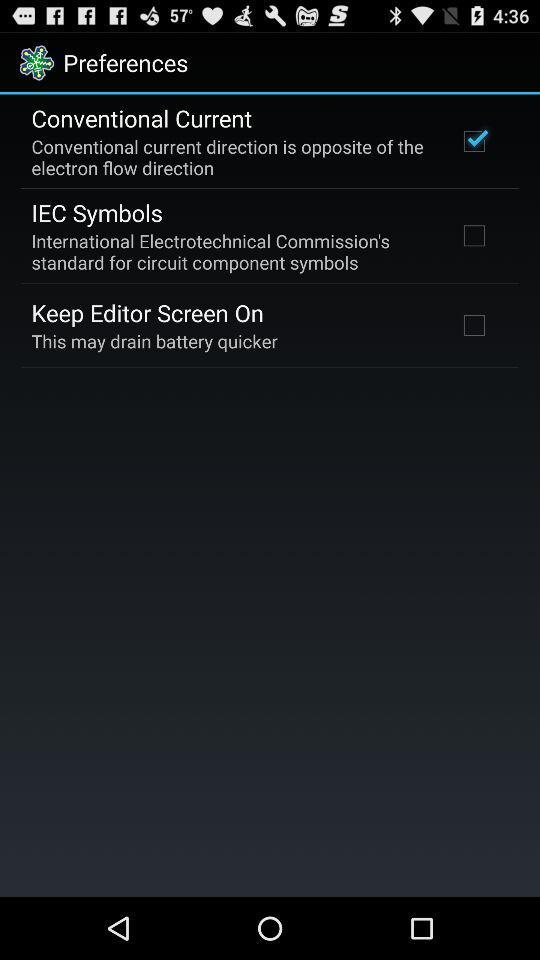 This screenshot has height=960, width=540. I want to click on icon below conventional current direction, so click(96, 212).